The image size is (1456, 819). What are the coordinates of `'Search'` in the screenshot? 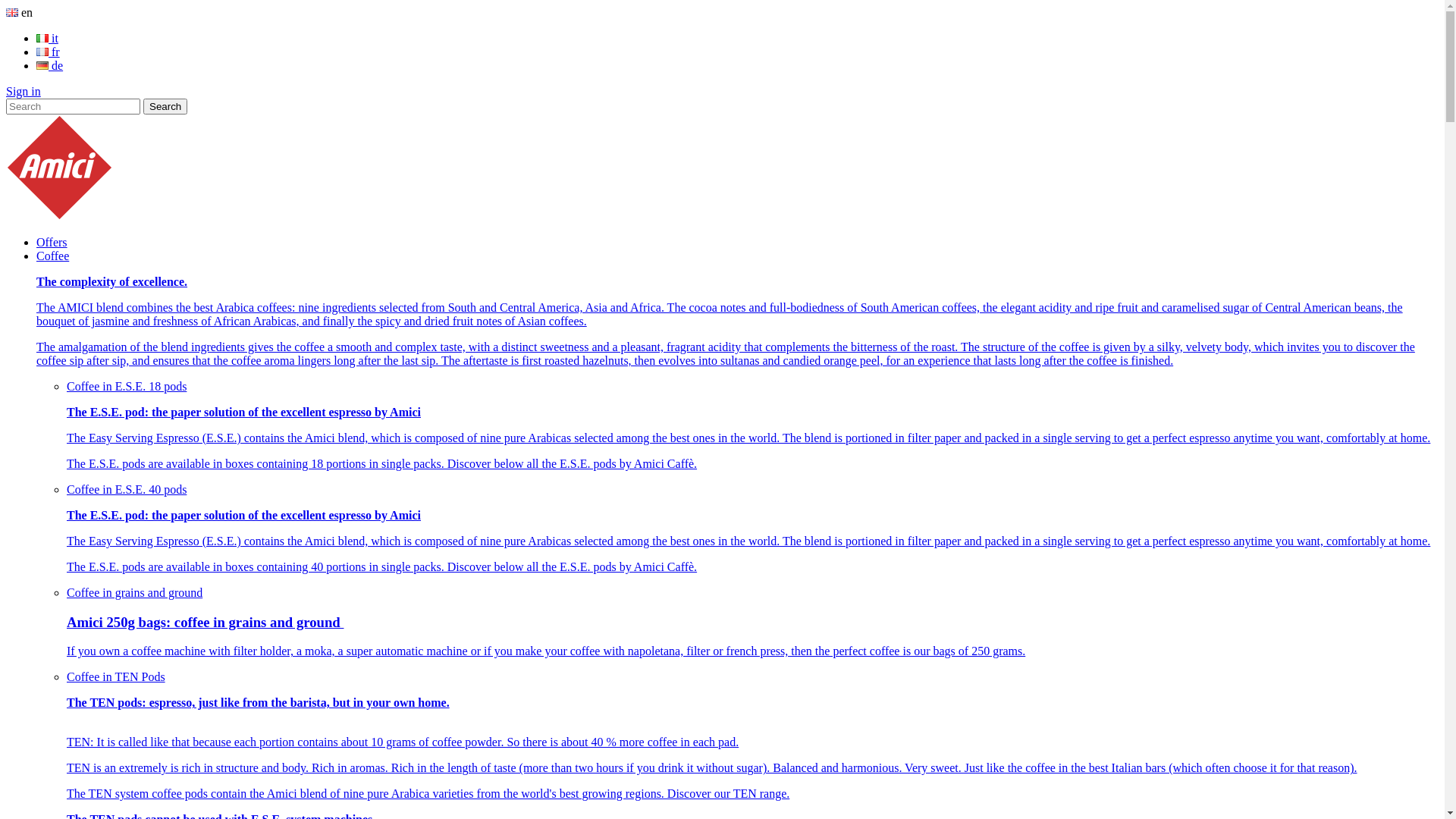 It's located at (165, 105).